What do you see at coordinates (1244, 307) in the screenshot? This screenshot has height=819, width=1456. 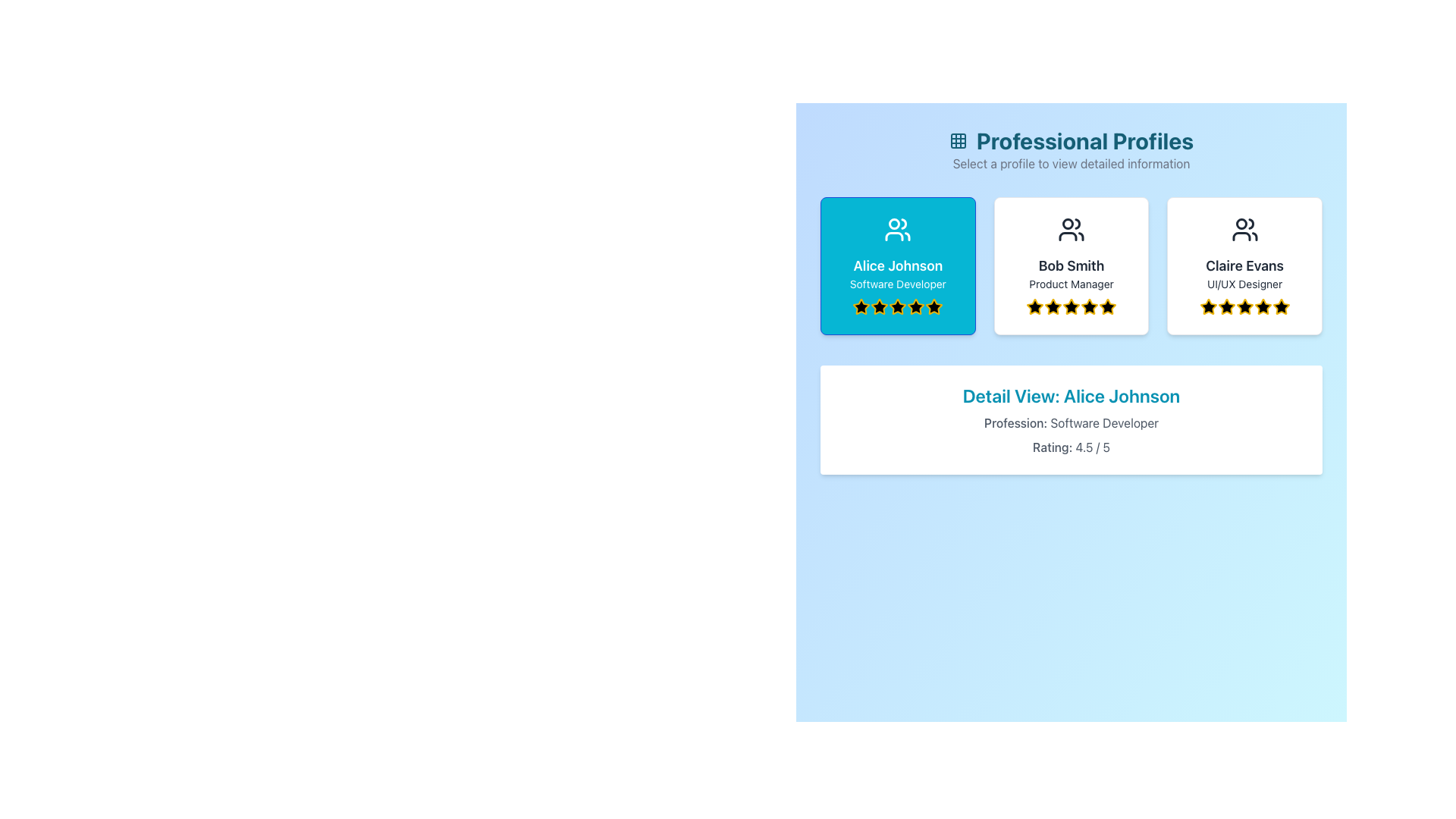 I see `the third rating star icon in the rating section of Claire Evans' profile card` at bounding box center [1244, 307].